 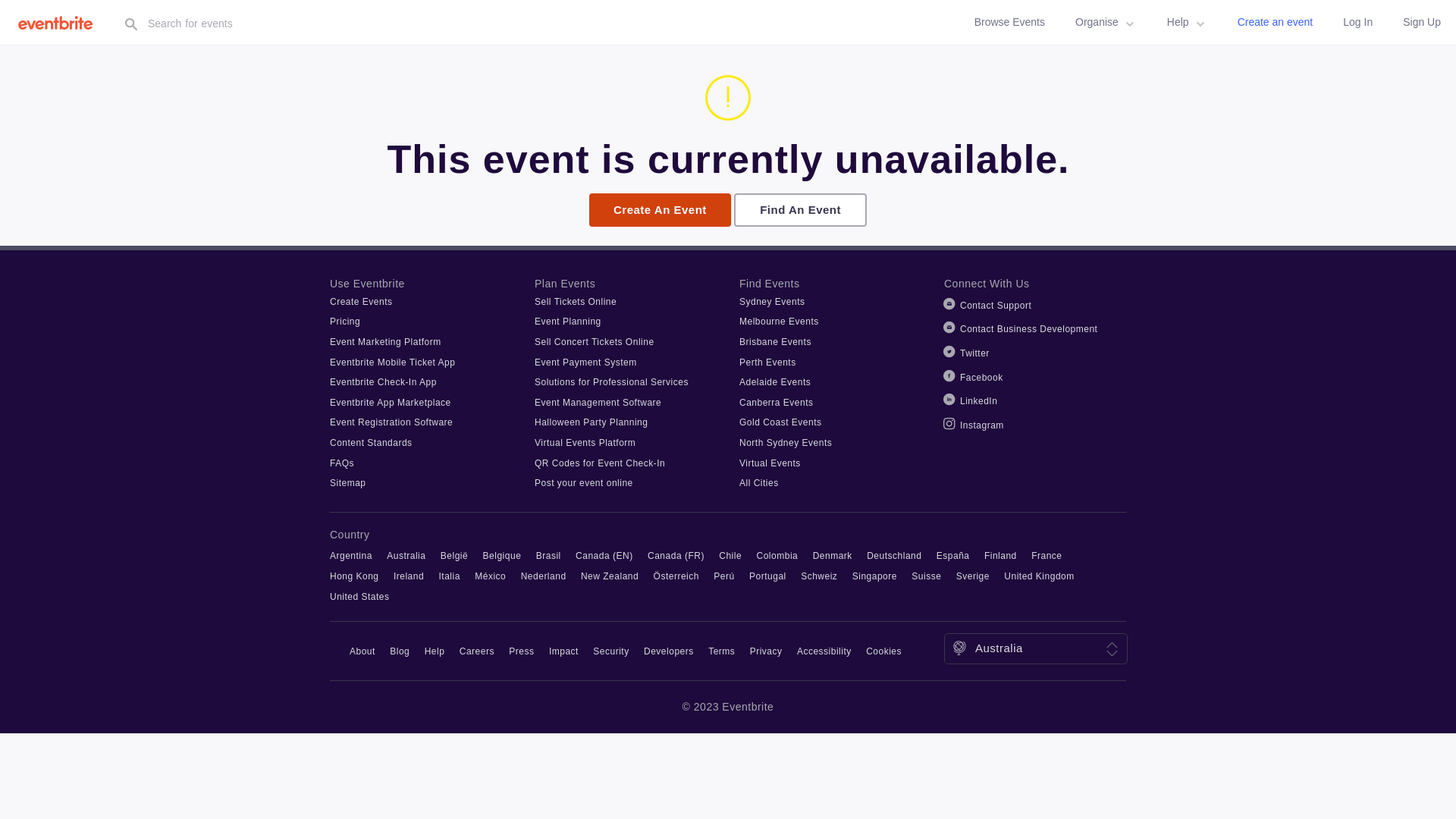 I want to click on 'Blog', so click(x=400, y=651).